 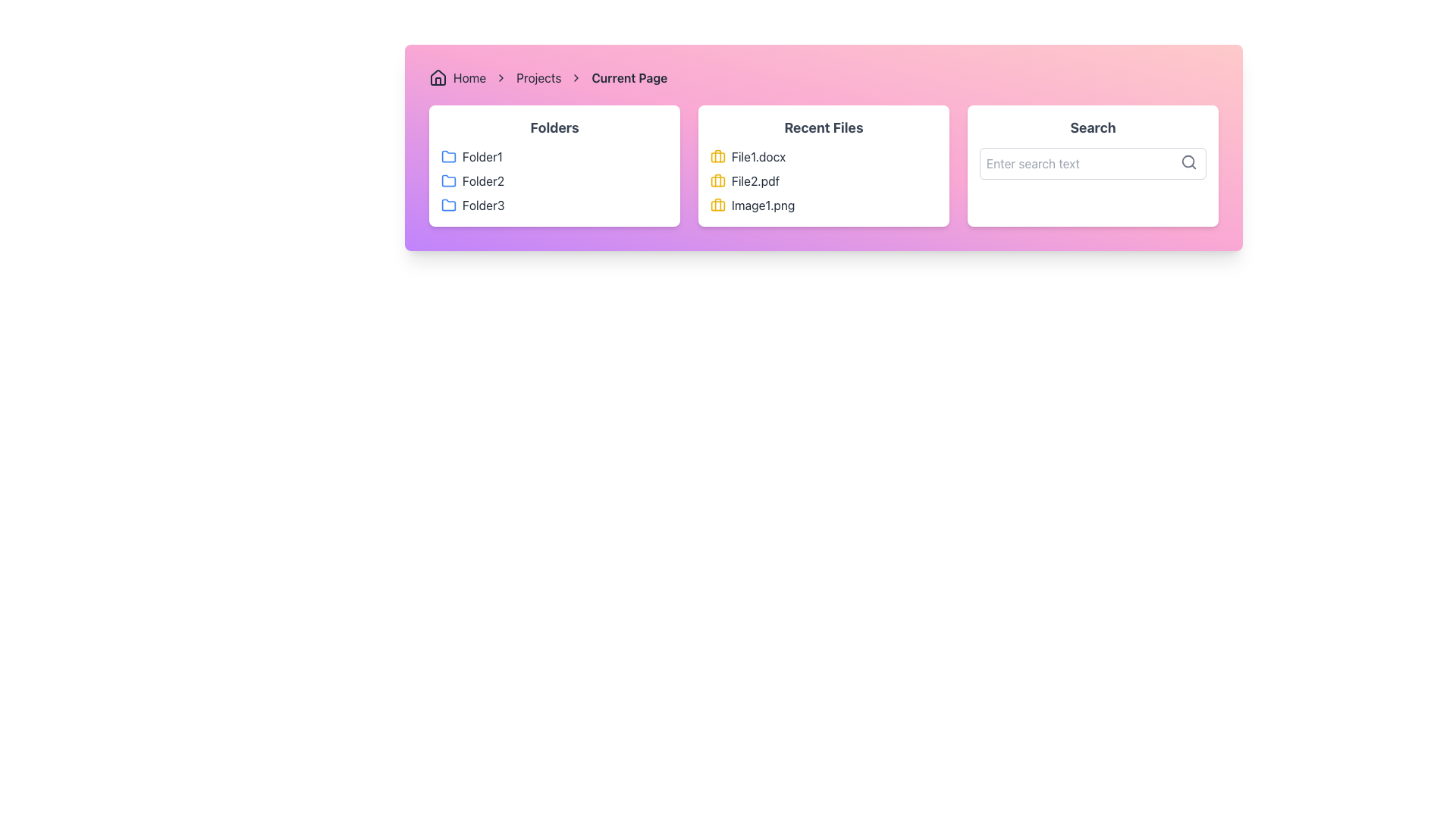 What do you see at coordinates (823, 205) in the screenshot?
I see `the file entry for 'Image1.png' in the 'Recent Files' section` at bounding box center [823, 205].